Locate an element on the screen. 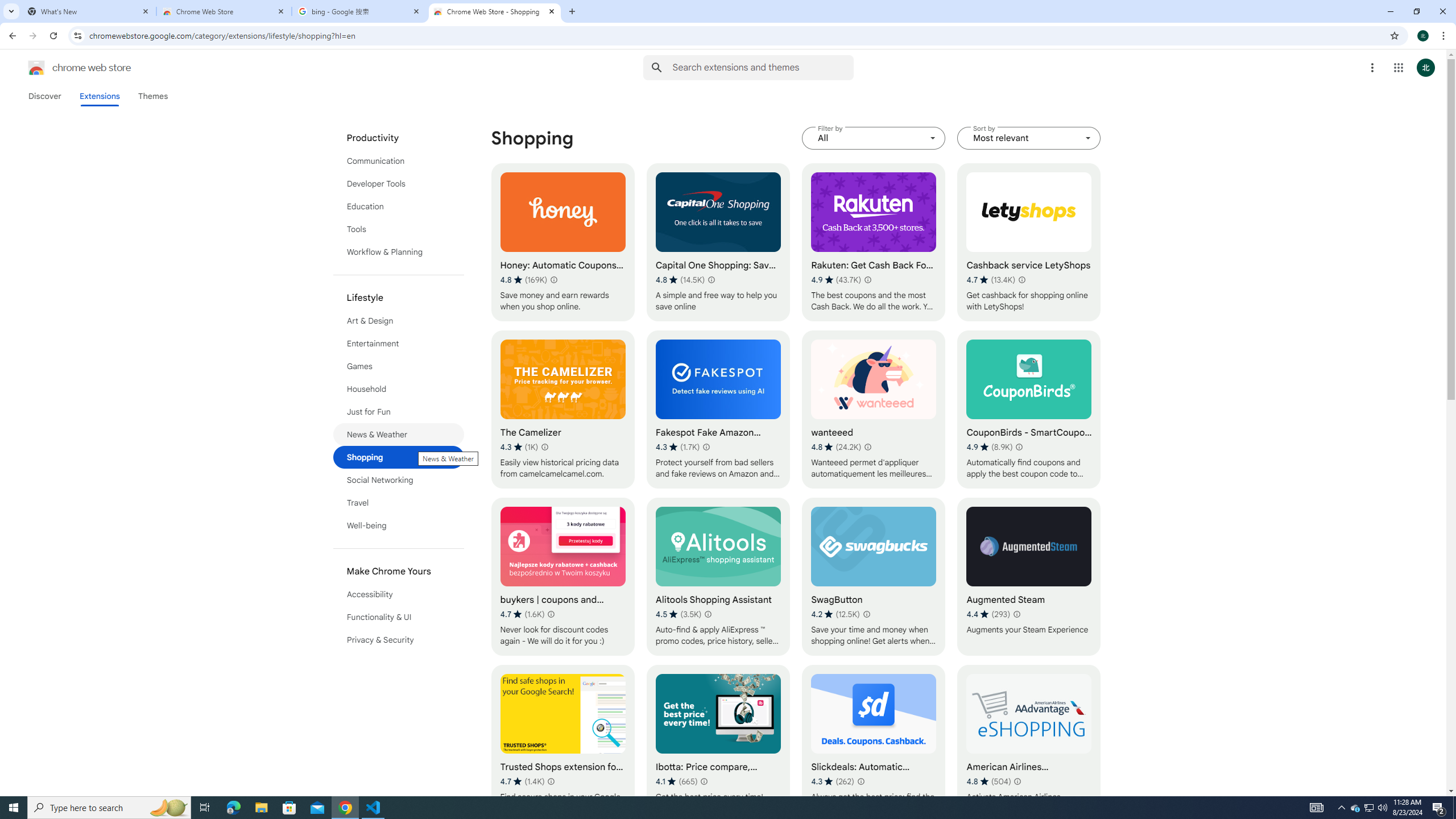 The width and height of the screenshot is (1456, 819). 'Capital One Shopping: Save Now' is located at coordinates (718, 242).